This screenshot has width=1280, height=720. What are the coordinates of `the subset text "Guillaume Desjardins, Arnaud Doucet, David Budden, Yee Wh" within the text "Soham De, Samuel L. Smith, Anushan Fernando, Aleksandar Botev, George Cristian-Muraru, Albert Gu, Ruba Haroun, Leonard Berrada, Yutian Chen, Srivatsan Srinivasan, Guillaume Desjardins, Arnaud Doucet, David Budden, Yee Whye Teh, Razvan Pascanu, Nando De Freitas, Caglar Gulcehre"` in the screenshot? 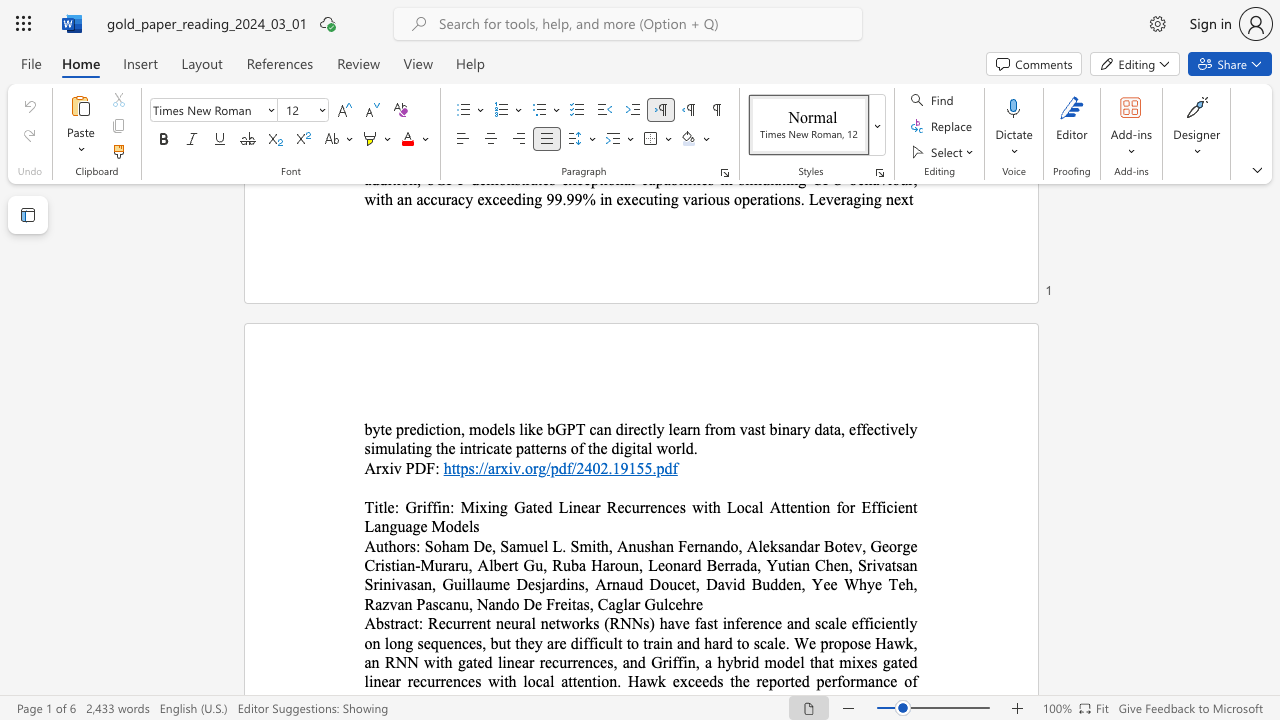 It's located at (441, 584).